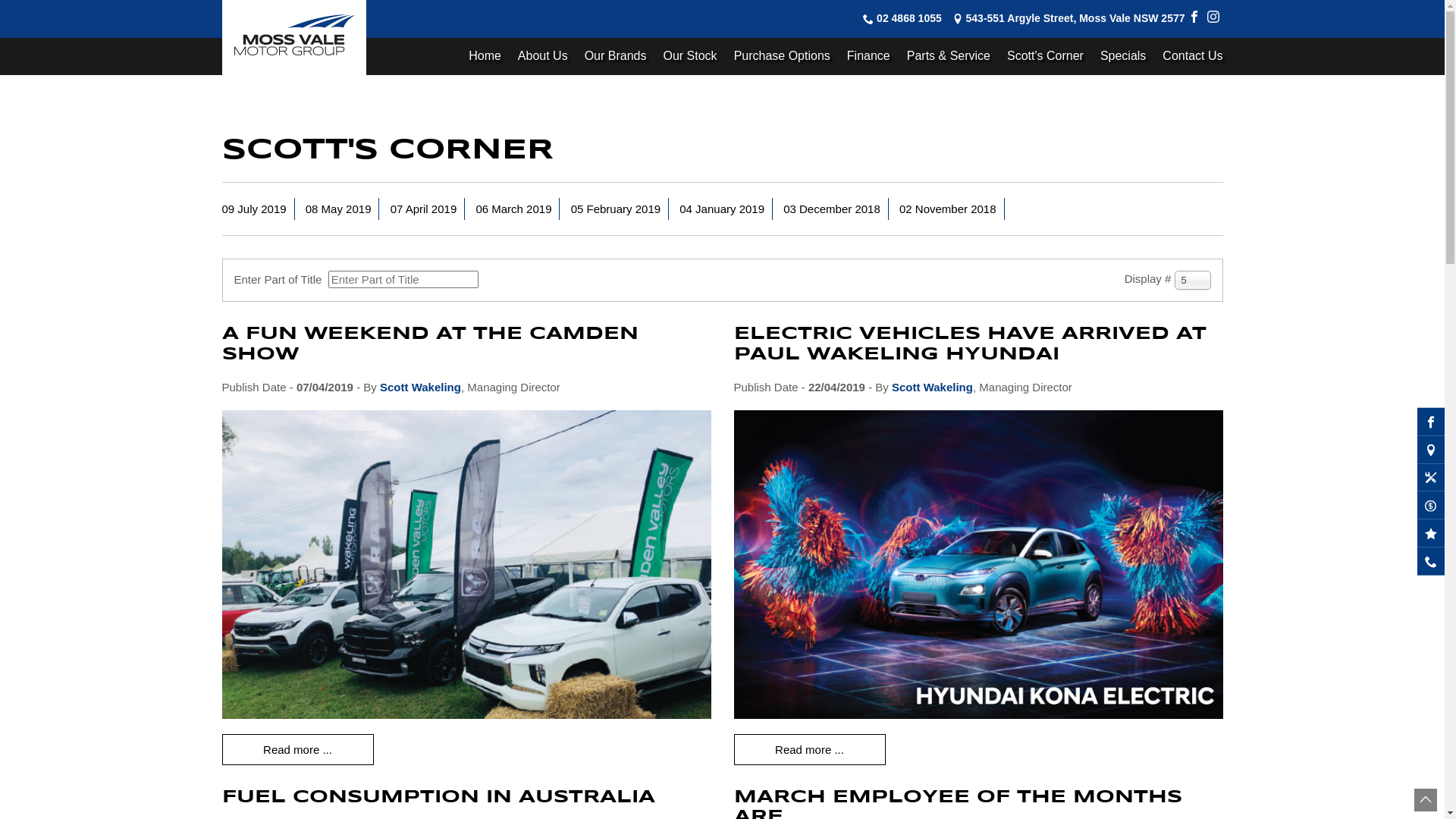  I want to click on '06 March 2019', so click(513, 209).